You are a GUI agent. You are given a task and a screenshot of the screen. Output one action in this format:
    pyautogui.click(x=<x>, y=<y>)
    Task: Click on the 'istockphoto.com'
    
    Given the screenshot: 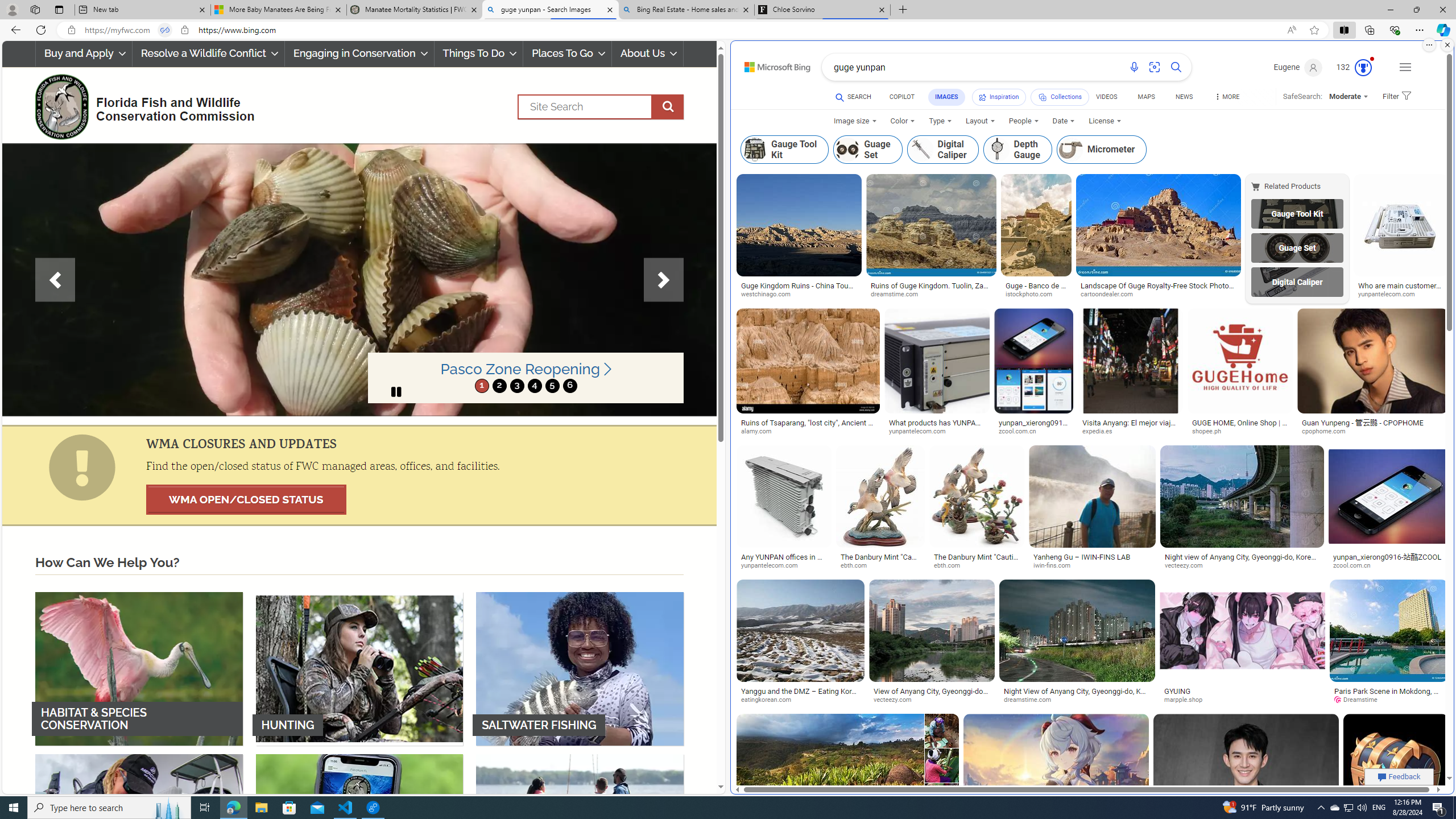 What is the action you would take?
    pyautogui.click(x=1033, y=294)
    